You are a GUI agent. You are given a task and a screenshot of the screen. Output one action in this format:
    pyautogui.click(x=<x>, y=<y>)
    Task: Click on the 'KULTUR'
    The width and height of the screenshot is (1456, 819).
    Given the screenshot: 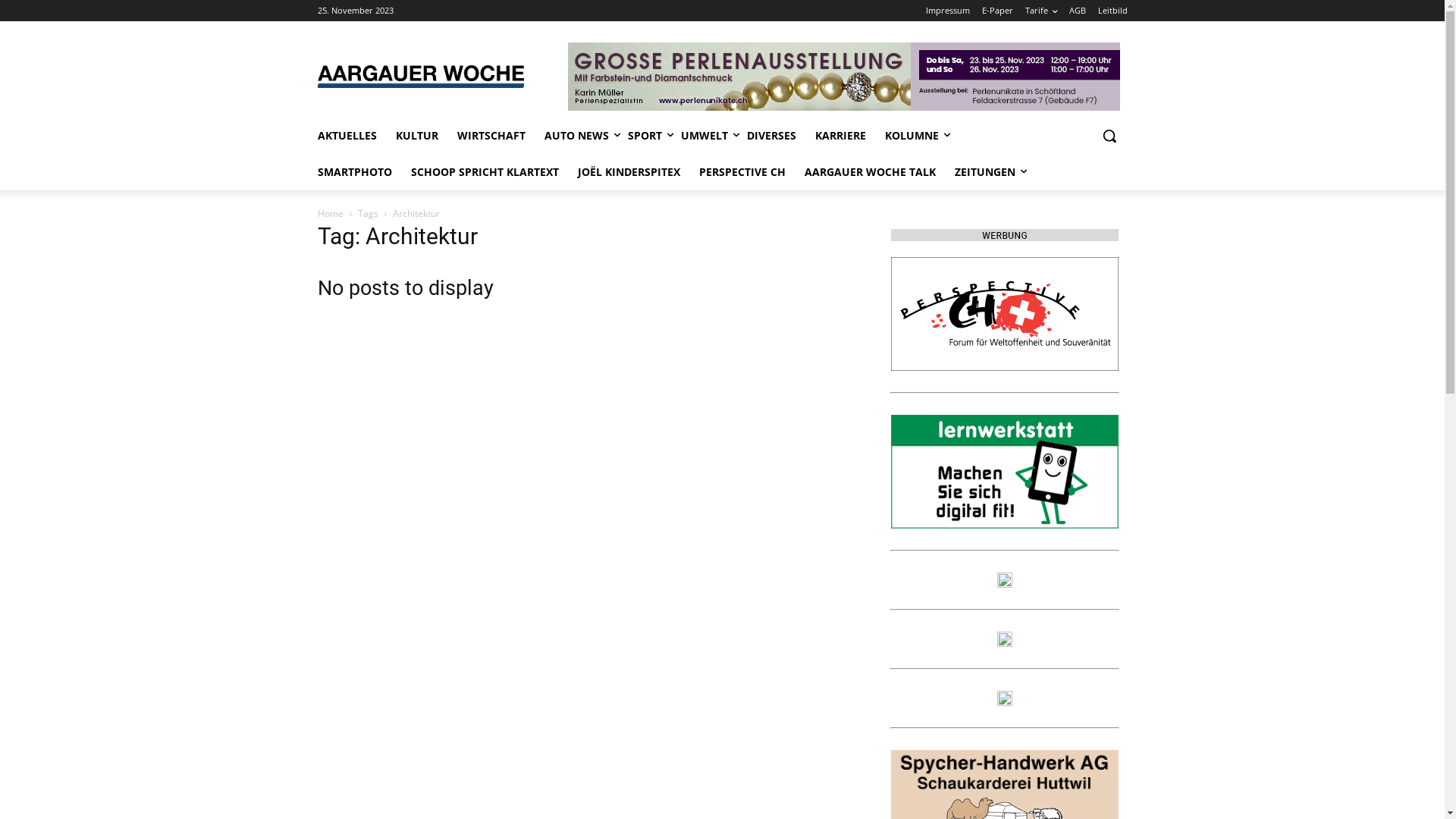 What is the action you would take?
    pyautogui.click(x=417, y=134)
    